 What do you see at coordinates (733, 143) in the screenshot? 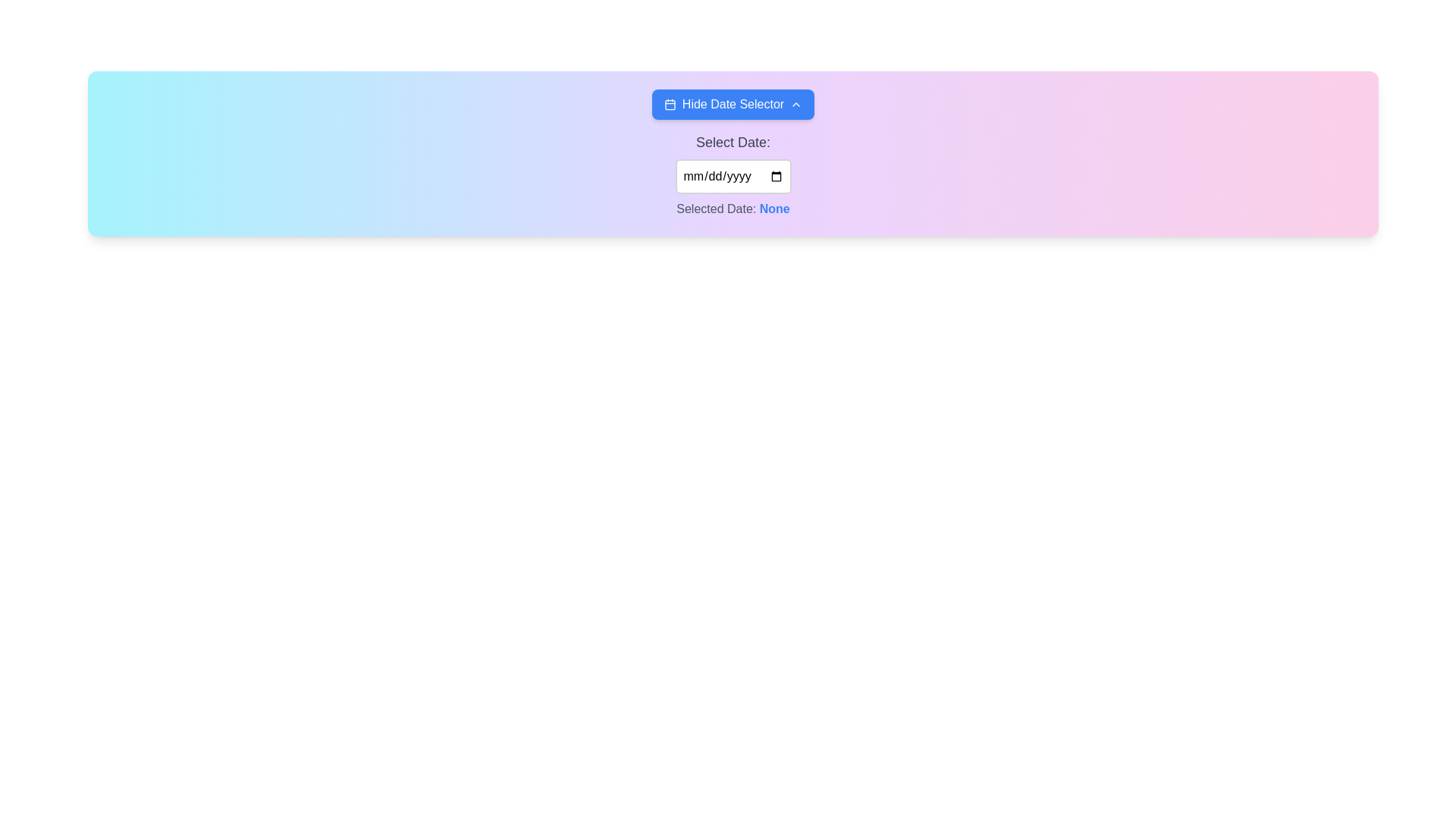
I see `the label that instructs users to select a date, which is positioned above the date input field` at bounding box center [733, 143].